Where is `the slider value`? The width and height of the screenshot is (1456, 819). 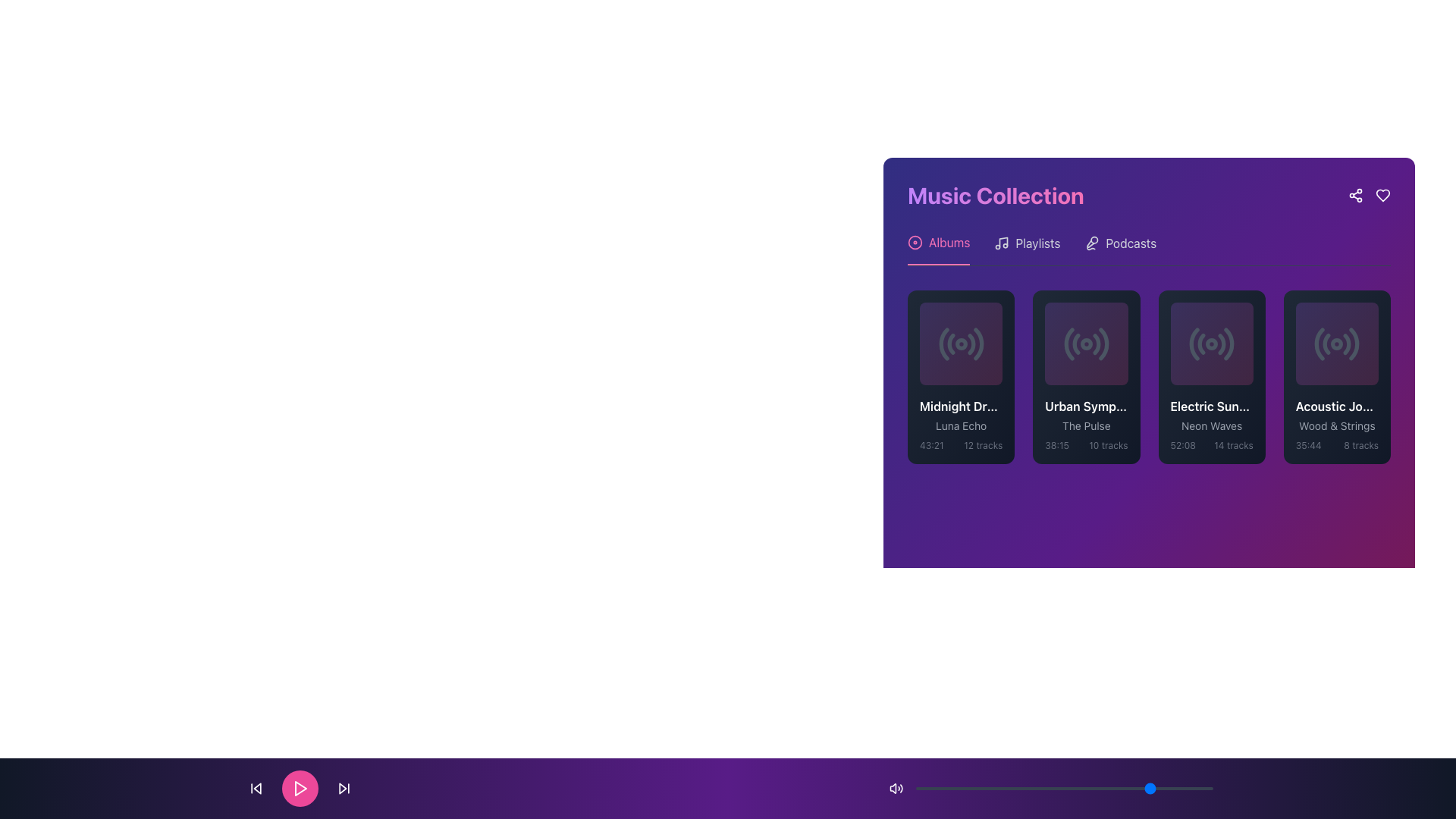 the slider value is located at coordinates (953, 788).